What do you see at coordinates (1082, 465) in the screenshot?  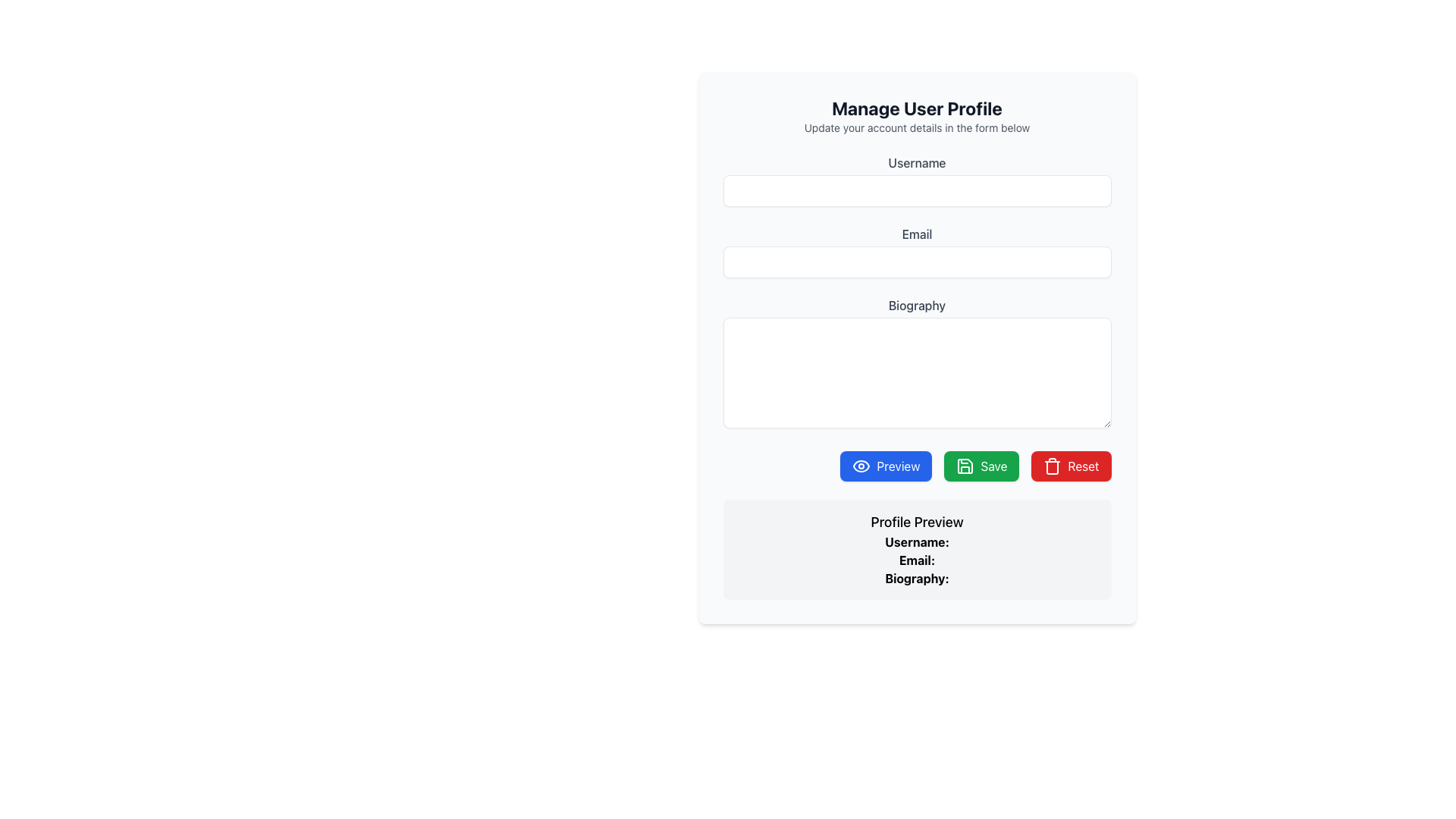 I see `the prominent red 'Reset' button with white text located at the bottom-right of the button group to reset inputs` at bounding box center [1082, 465].